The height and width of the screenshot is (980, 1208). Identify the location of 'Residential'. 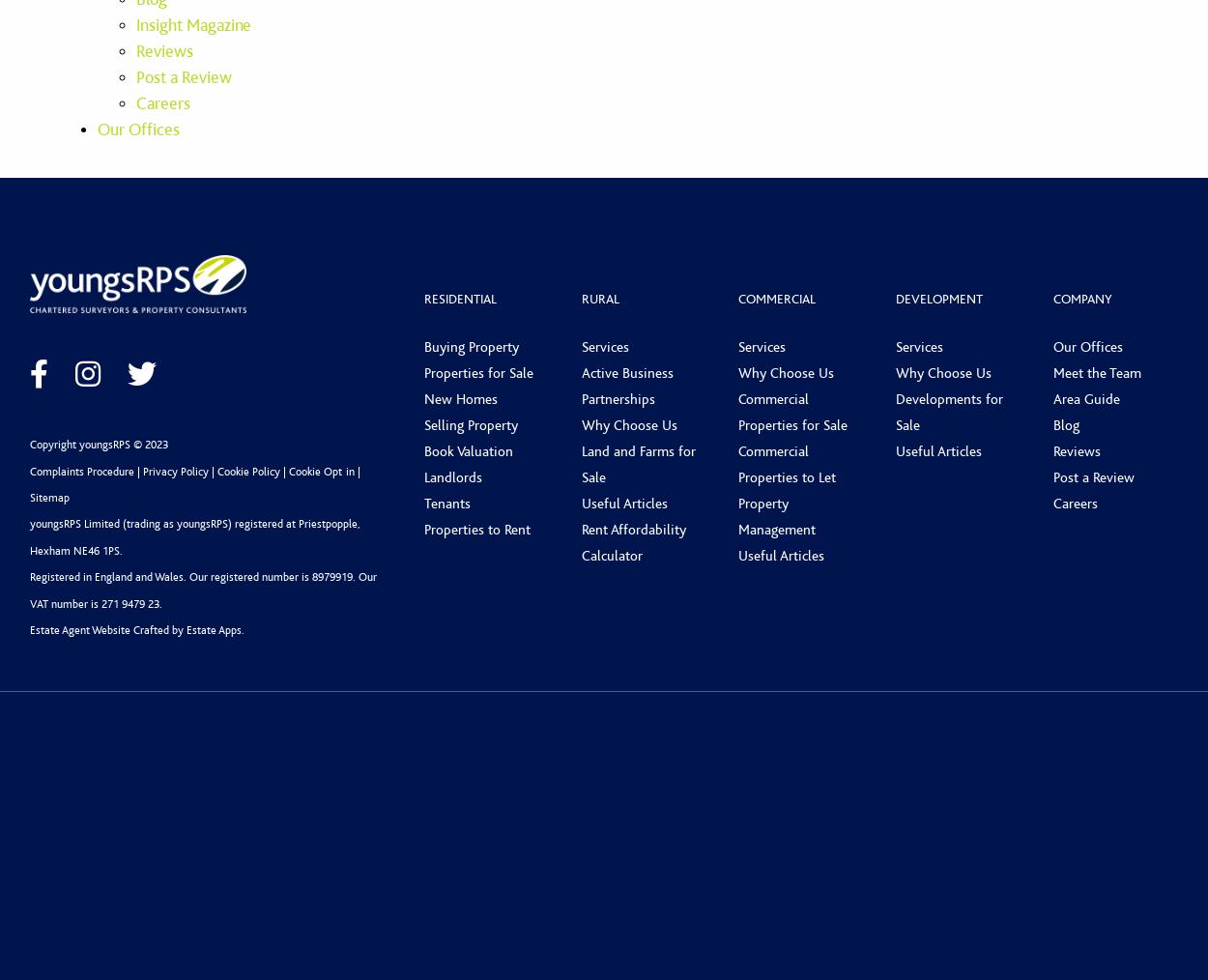
(459, 298).